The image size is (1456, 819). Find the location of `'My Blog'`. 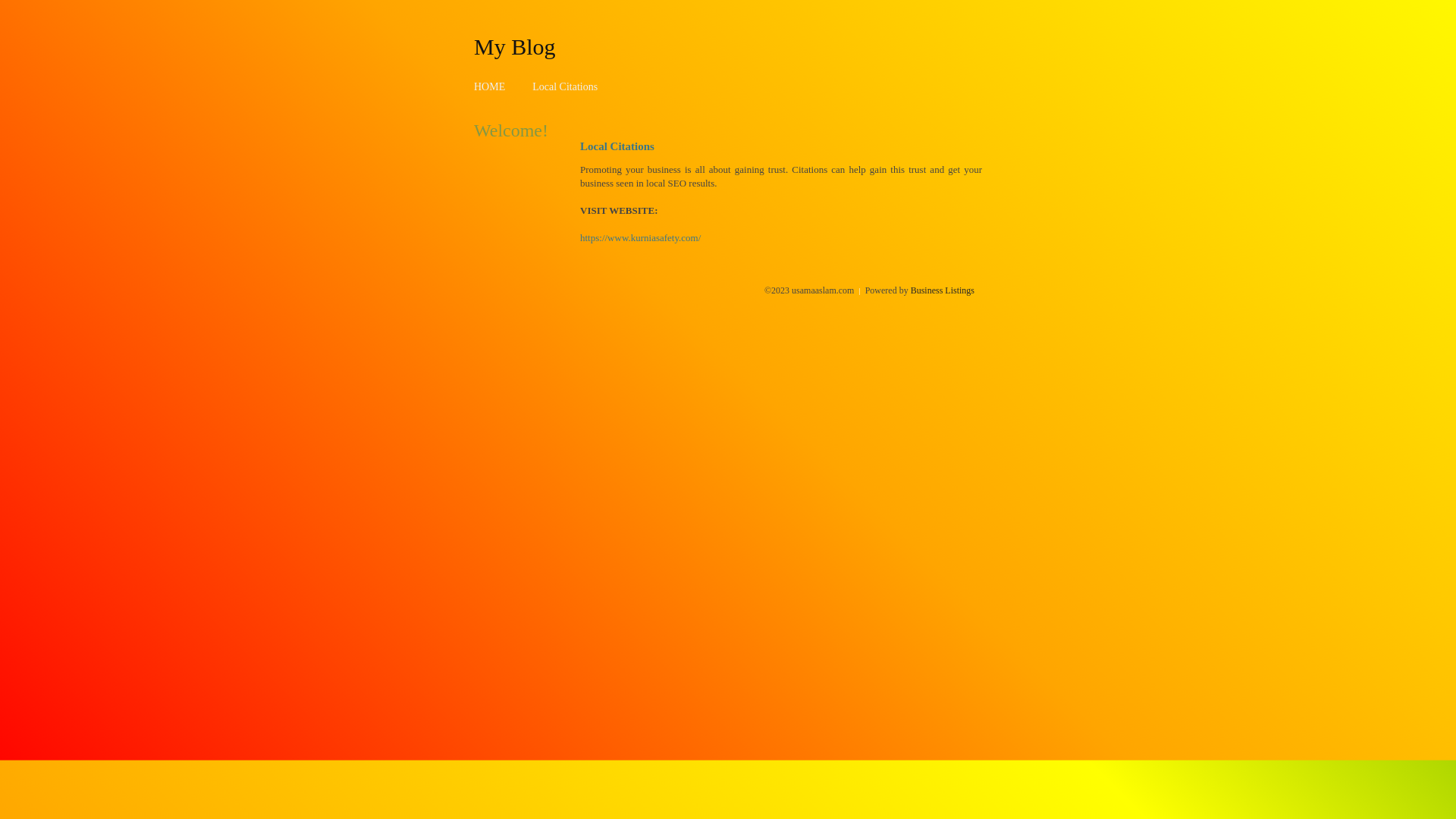

'My Blog' is located at coordinates (514, 45).